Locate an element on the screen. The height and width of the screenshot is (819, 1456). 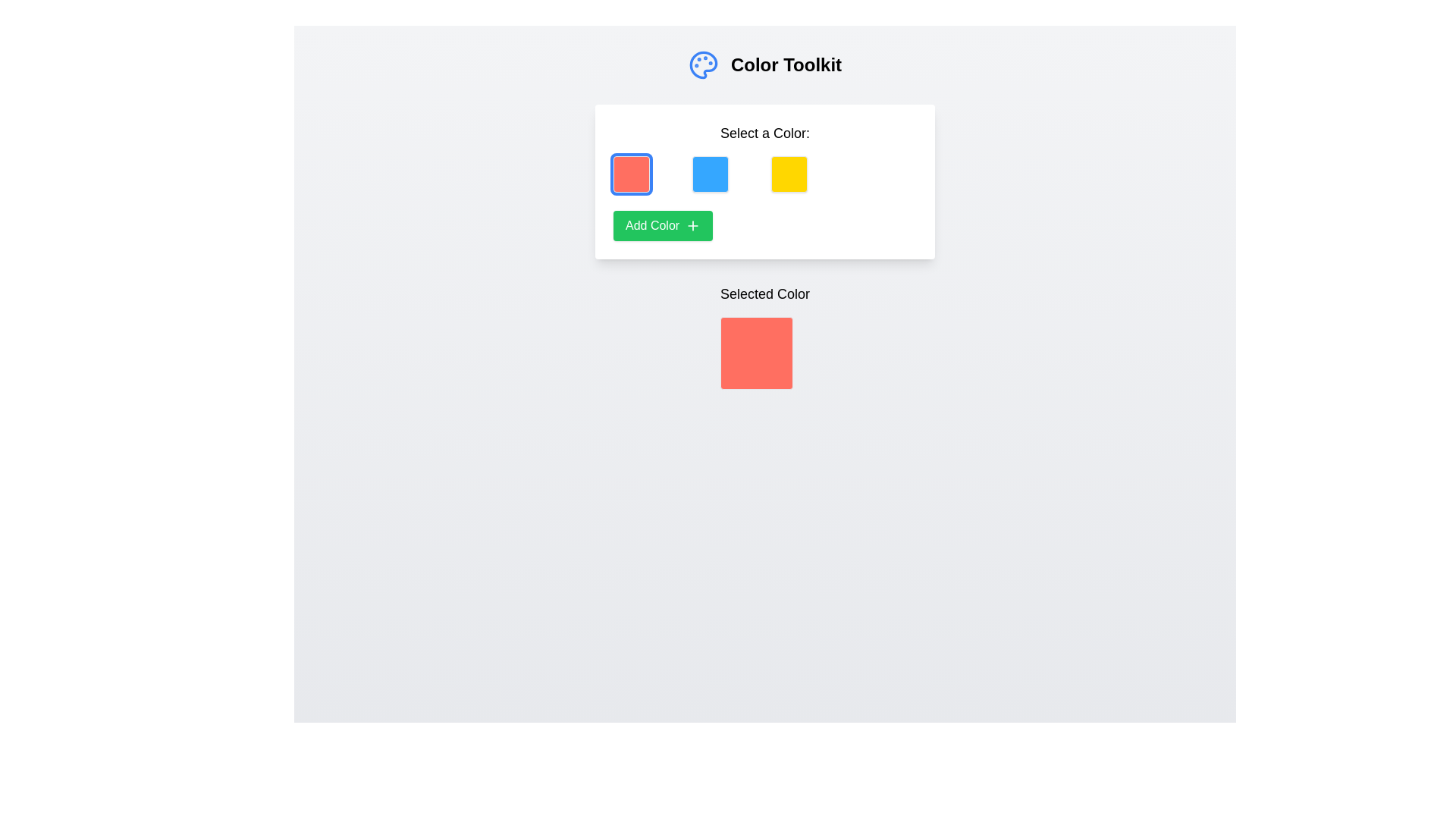
text header 'Color Toolkit' which is bold and larger in font size, positioned to the right of an icon resembling a palette is located at coordinates (786, 64).